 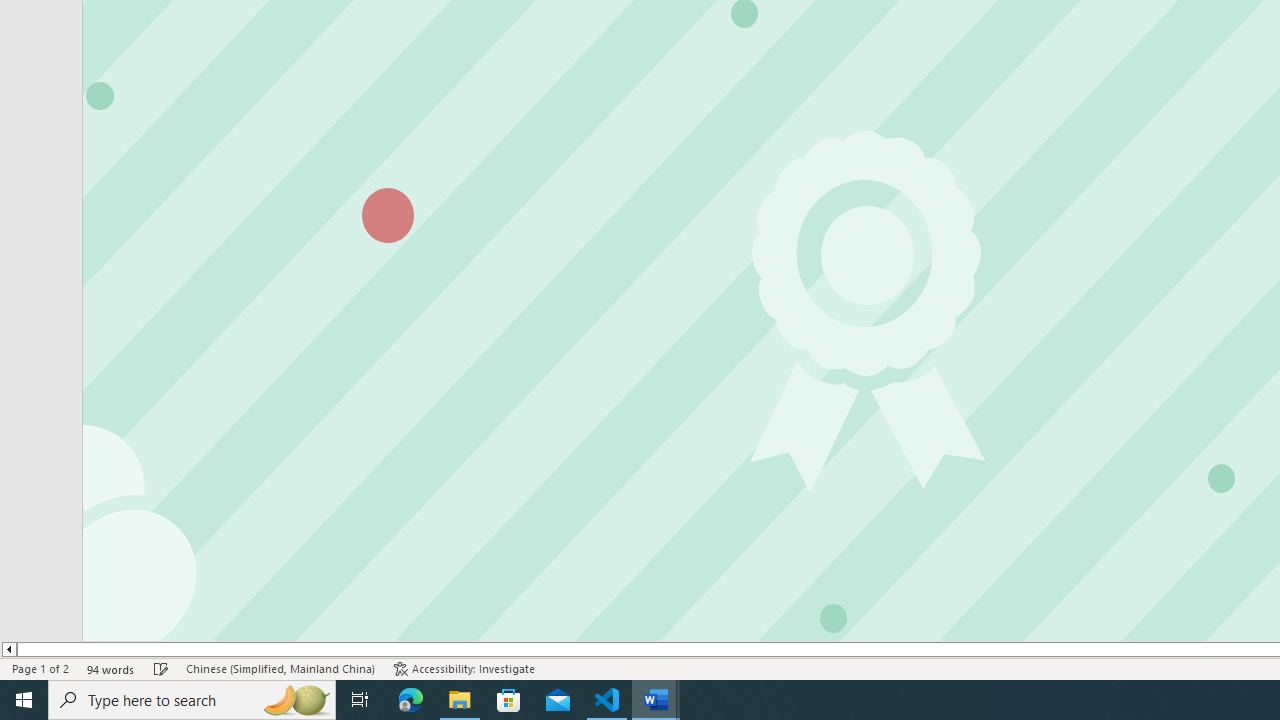 I want to click on 'Language Chinese (Simplified, Mainland China)', so click(x=279, y=669).